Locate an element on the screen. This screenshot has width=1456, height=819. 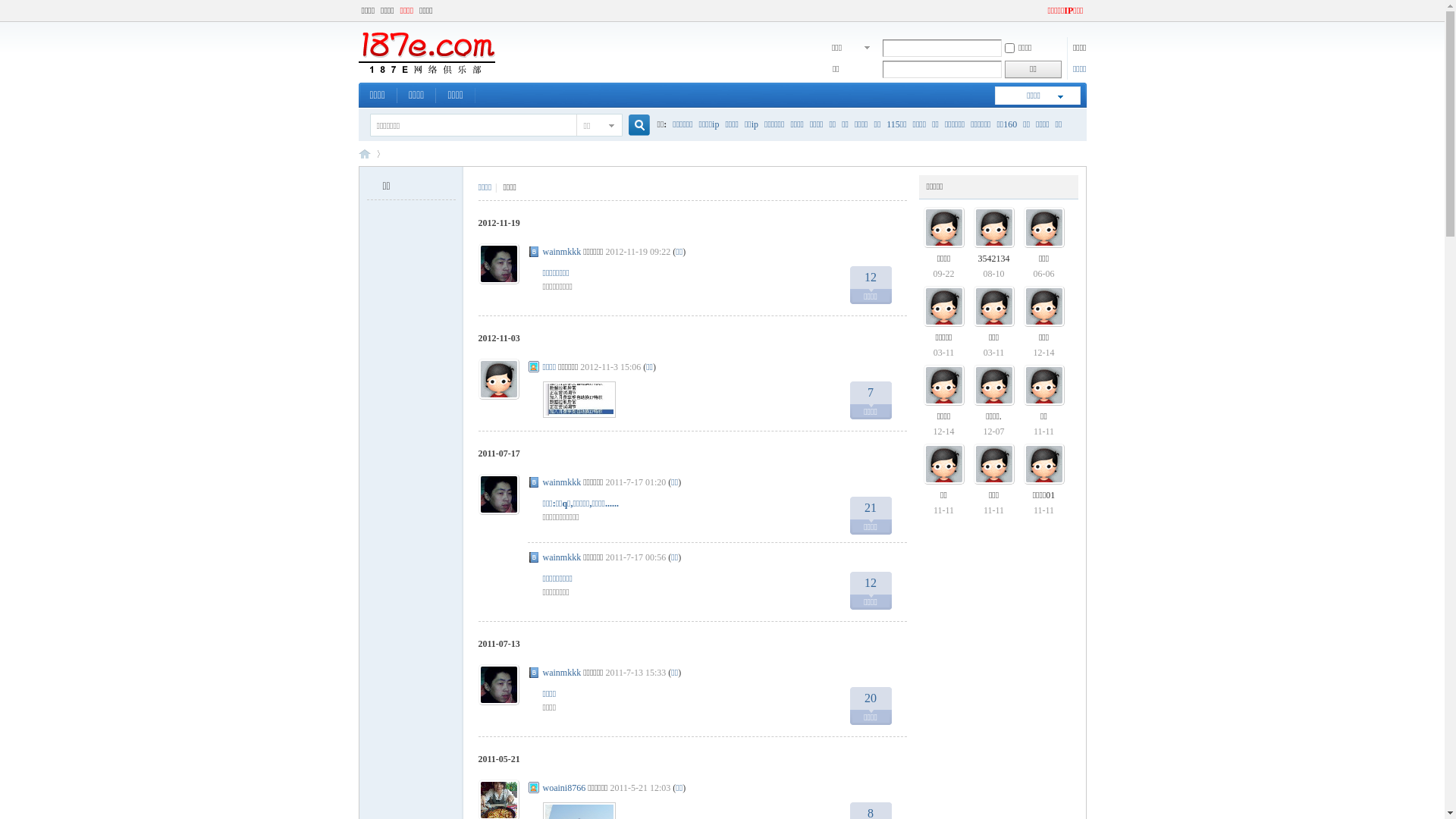
'woaini8766' is located at coordinates (563, 786).